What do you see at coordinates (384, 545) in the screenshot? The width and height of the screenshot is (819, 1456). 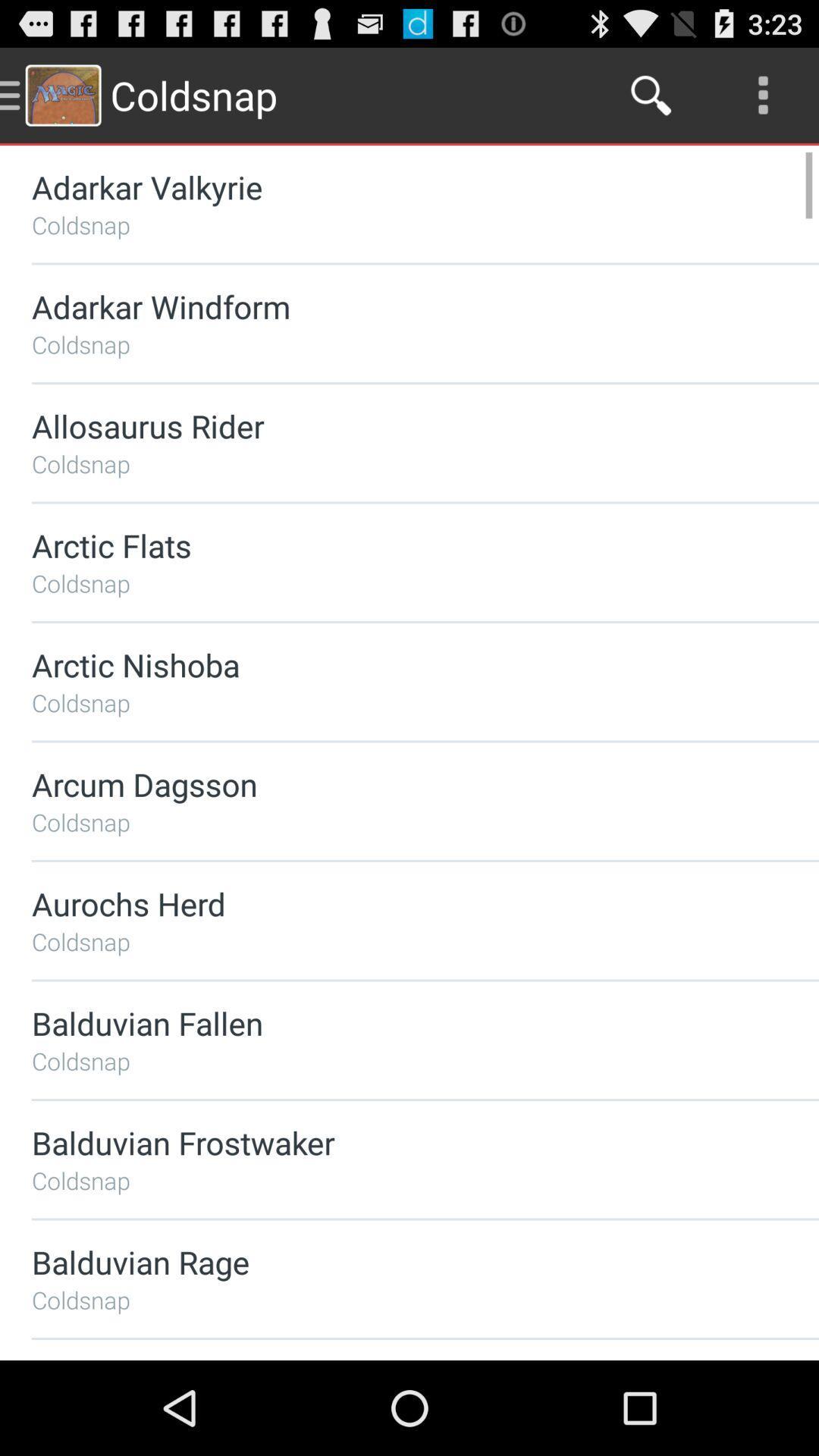 I see `item above the coldsnap item` at bounding box center [384, 545].